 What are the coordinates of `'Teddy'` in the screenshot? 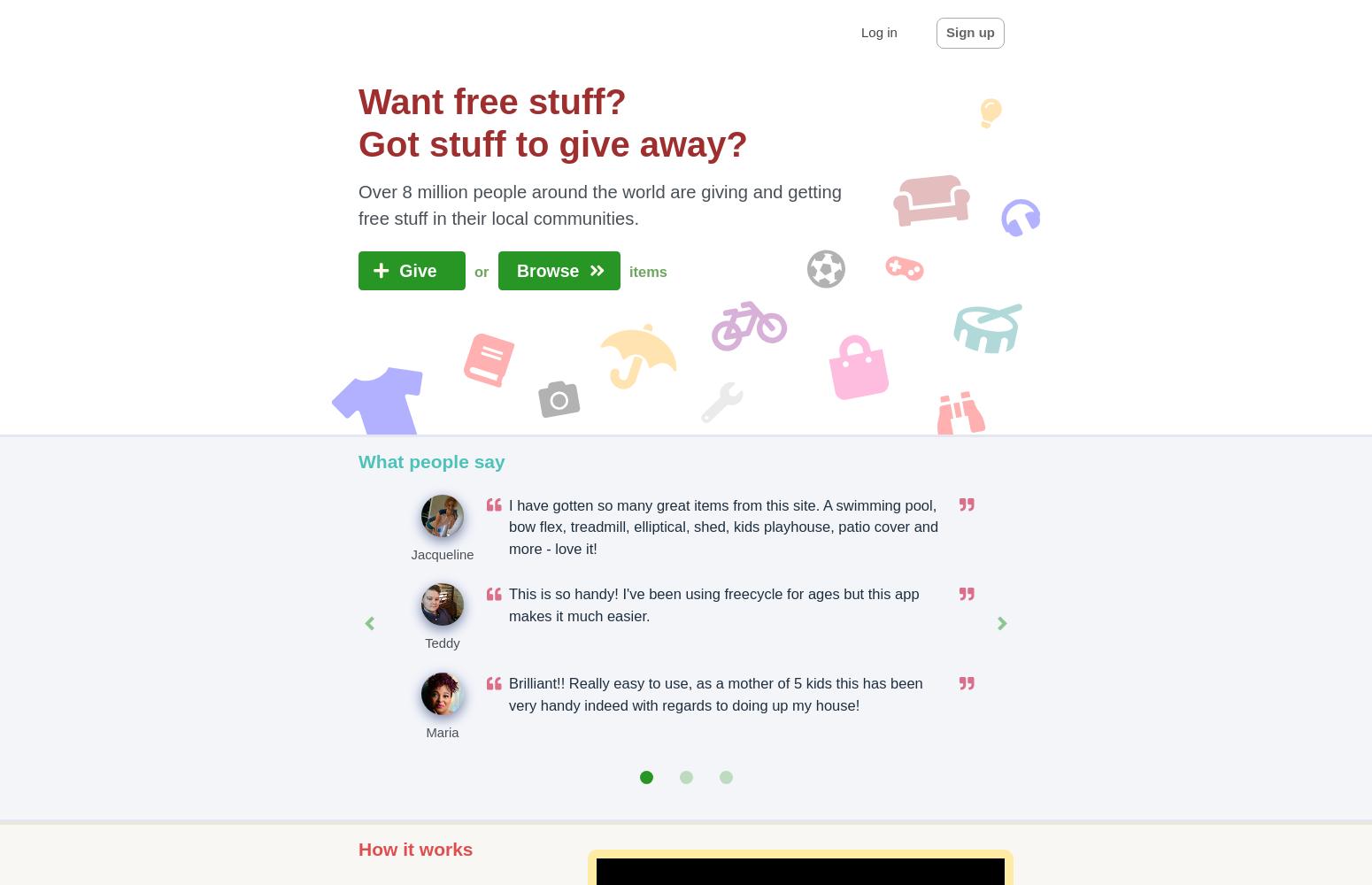 It's located at (441, 643).